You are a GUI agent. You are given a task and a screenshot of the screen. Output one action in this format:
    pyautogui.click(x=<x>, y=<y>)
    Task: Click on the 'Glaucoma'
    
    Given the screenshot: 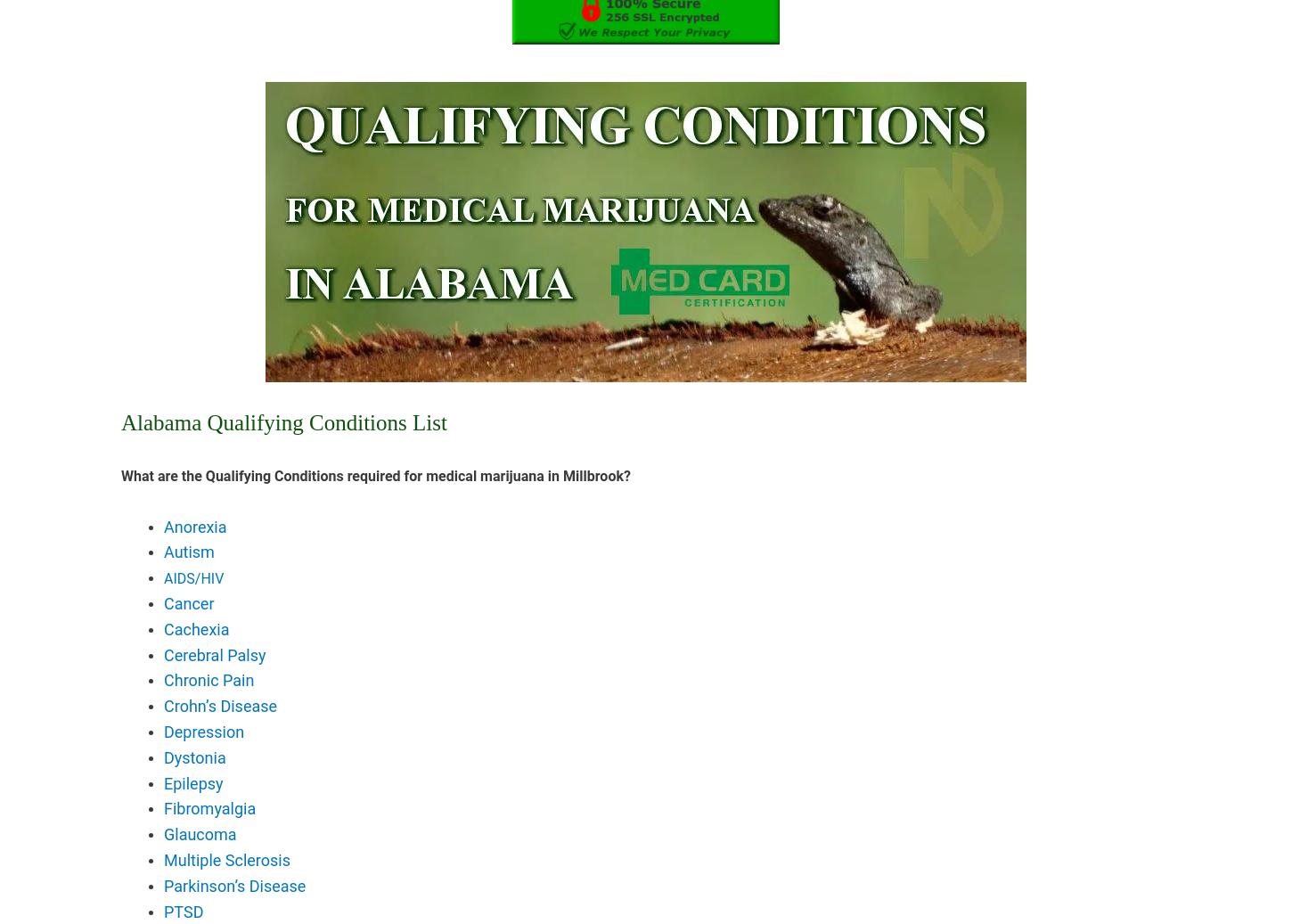 What is the action you would take?
    pyautogui.click(x=199, y=834)
    